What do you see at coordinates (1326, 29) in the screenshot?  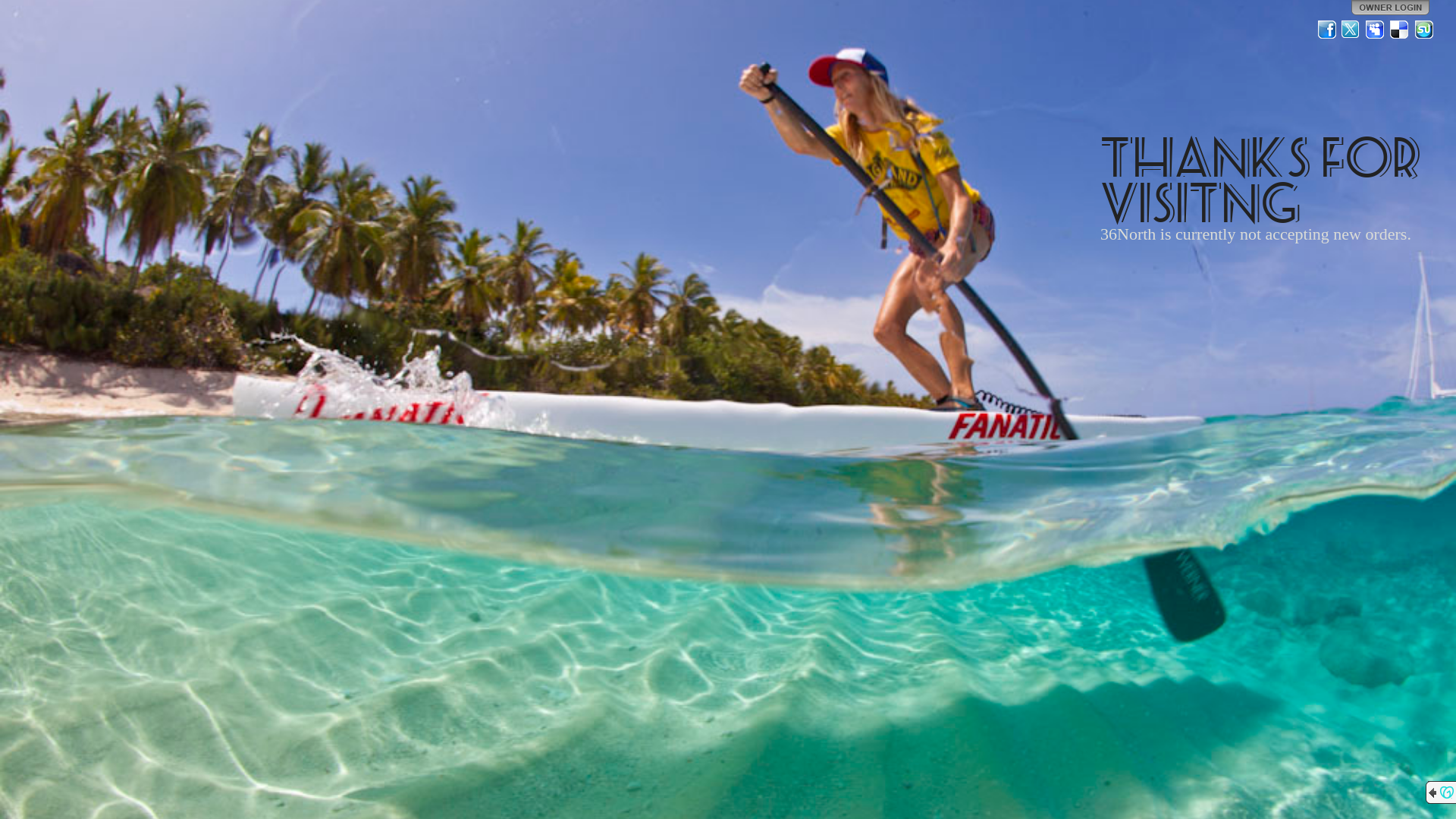 I see `'Facebook'` at bounding box center [1326, 29].